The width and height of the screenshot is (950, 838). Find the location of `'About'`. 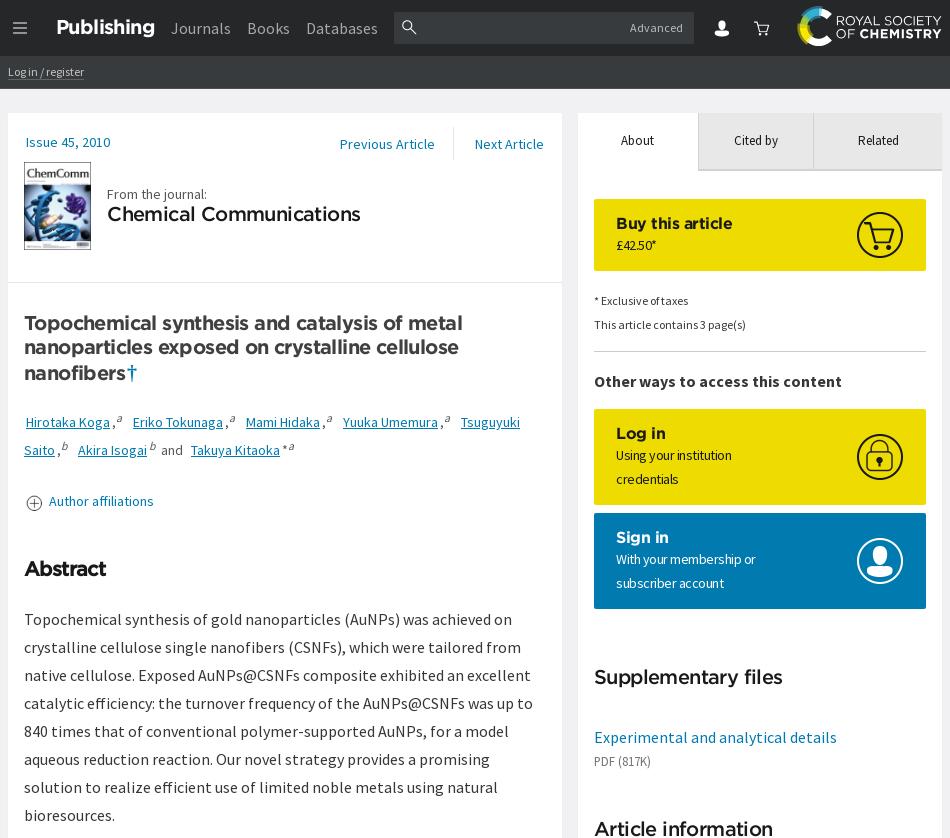

'About' is located at coordinates (637, 140).